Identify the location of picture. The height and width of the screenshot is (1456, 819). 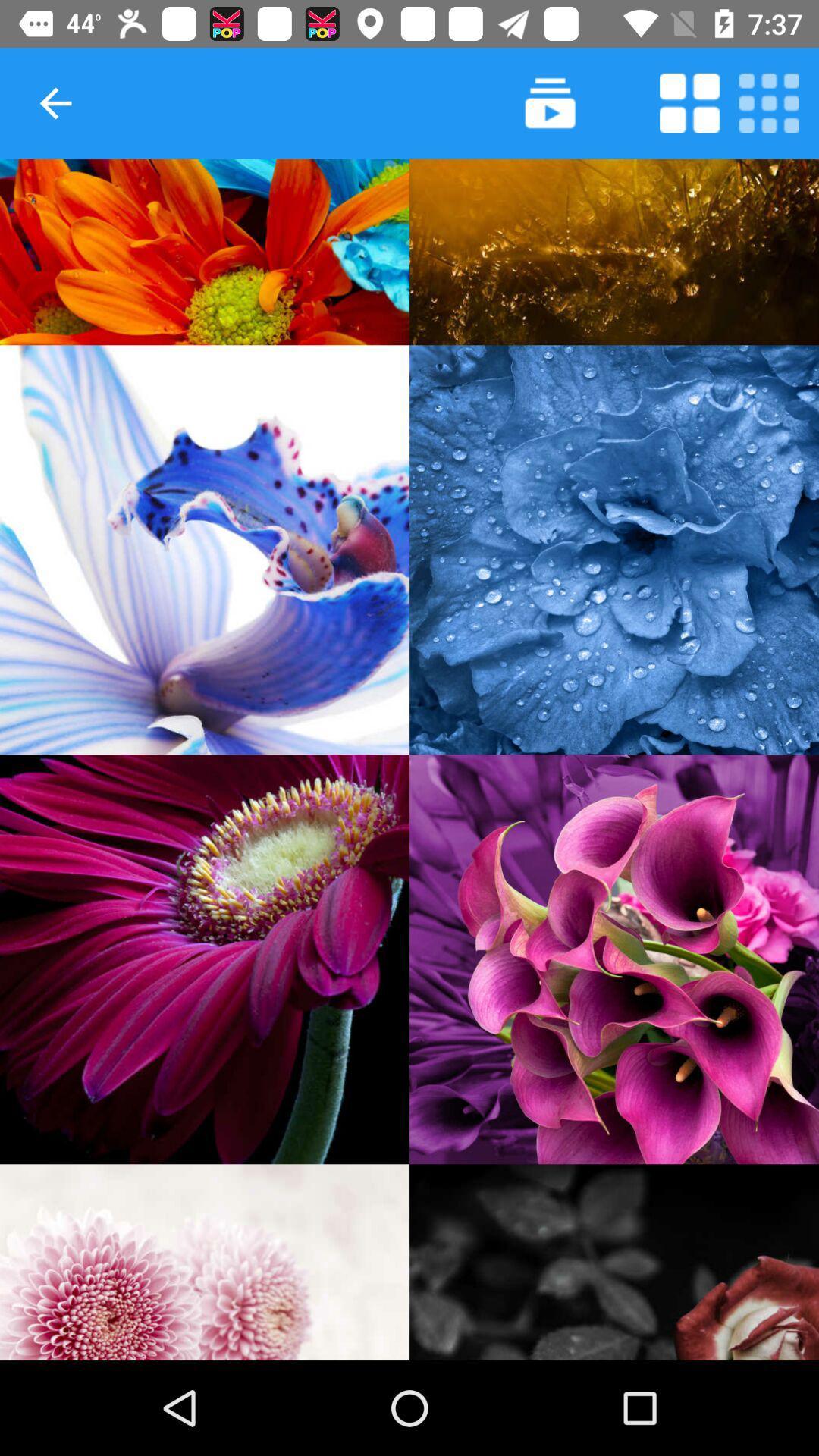
(205, 959).